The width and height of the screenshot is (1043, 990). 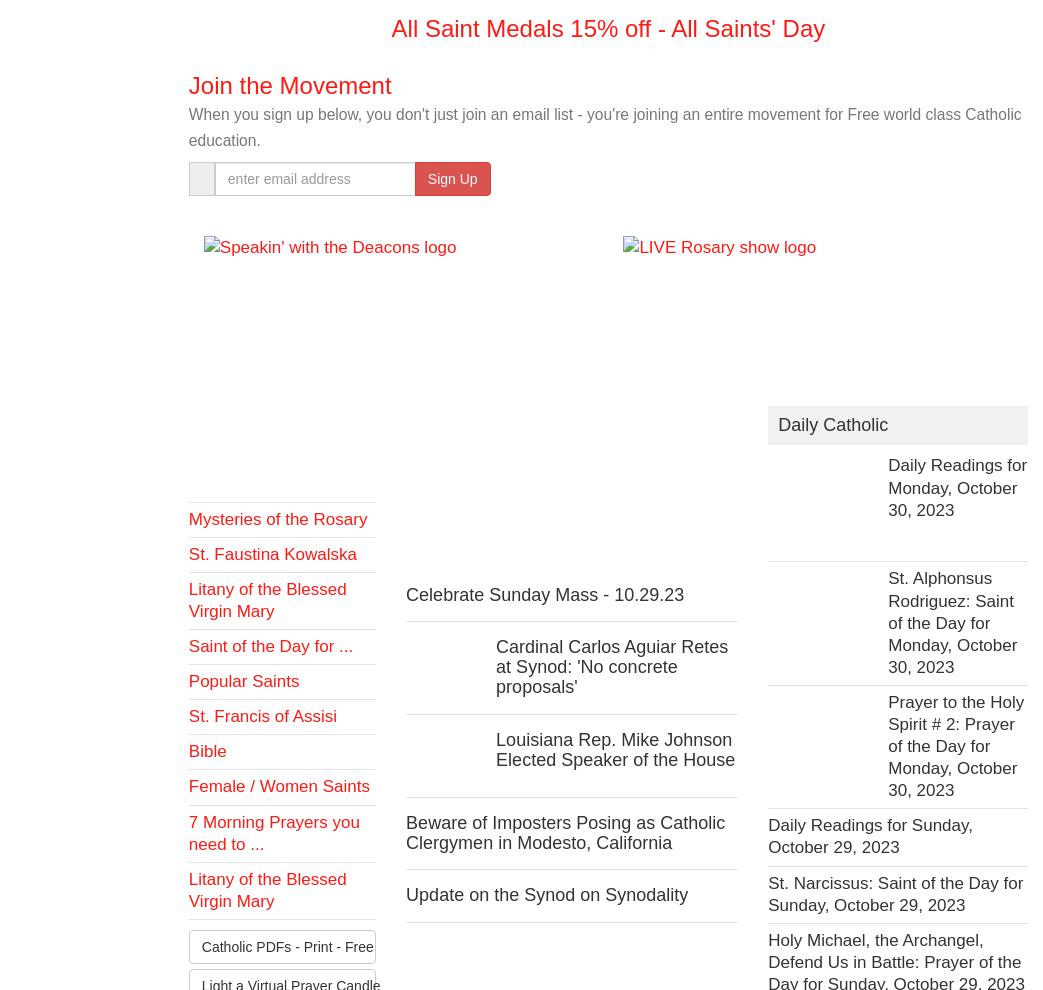 What do you see at coordinates (278, 786) in the screenshot?
I see `'Female / Women Saints'` at bounding box center [278, 786].